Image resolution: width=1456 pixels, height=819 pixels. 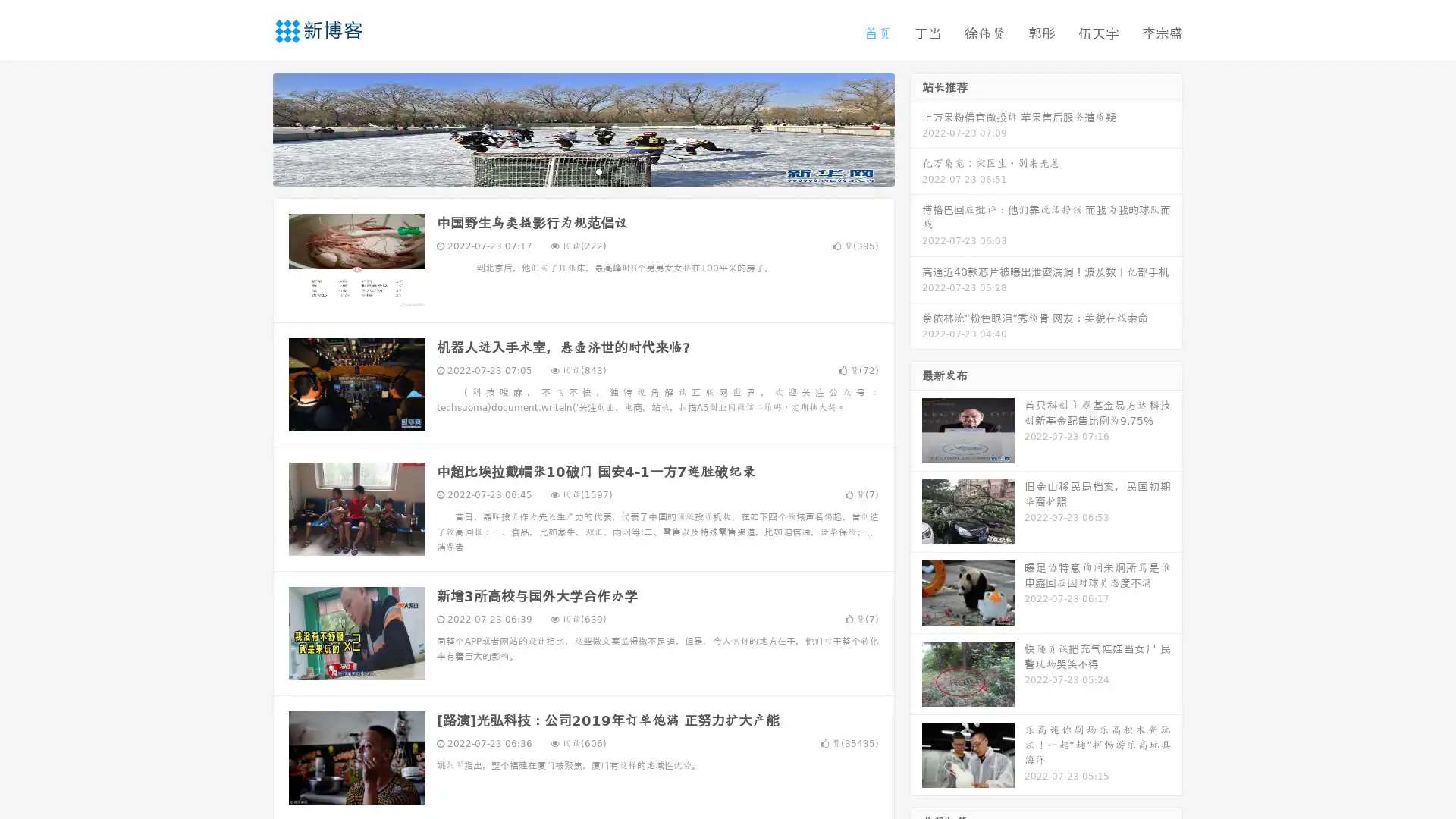 I want to click on Go to slide 3, so click(x=598, y=171).